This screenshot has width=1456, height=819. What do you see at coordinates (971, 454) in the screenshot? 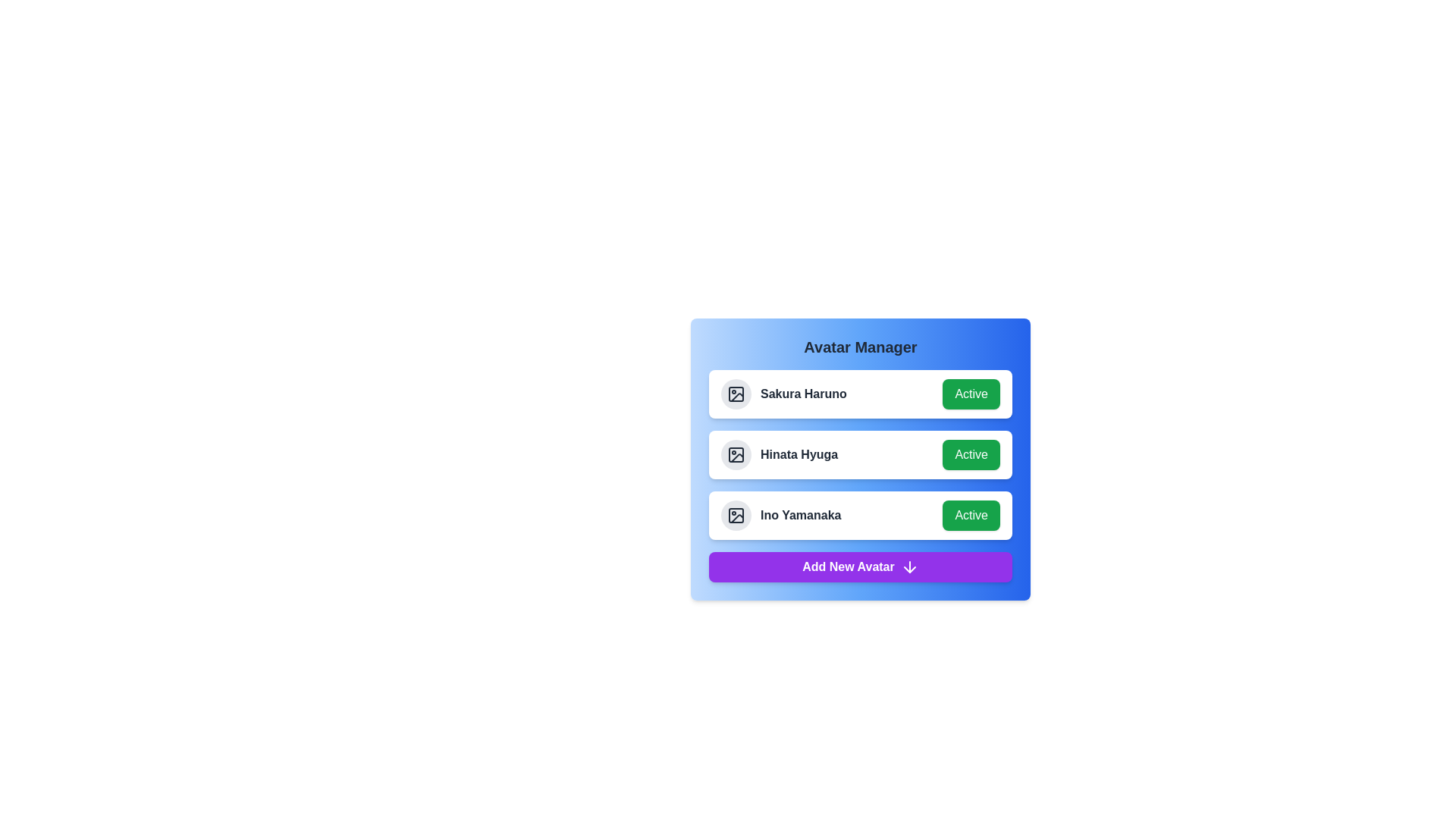
I see `the active status toggle button` at bounding box center [971, 454].